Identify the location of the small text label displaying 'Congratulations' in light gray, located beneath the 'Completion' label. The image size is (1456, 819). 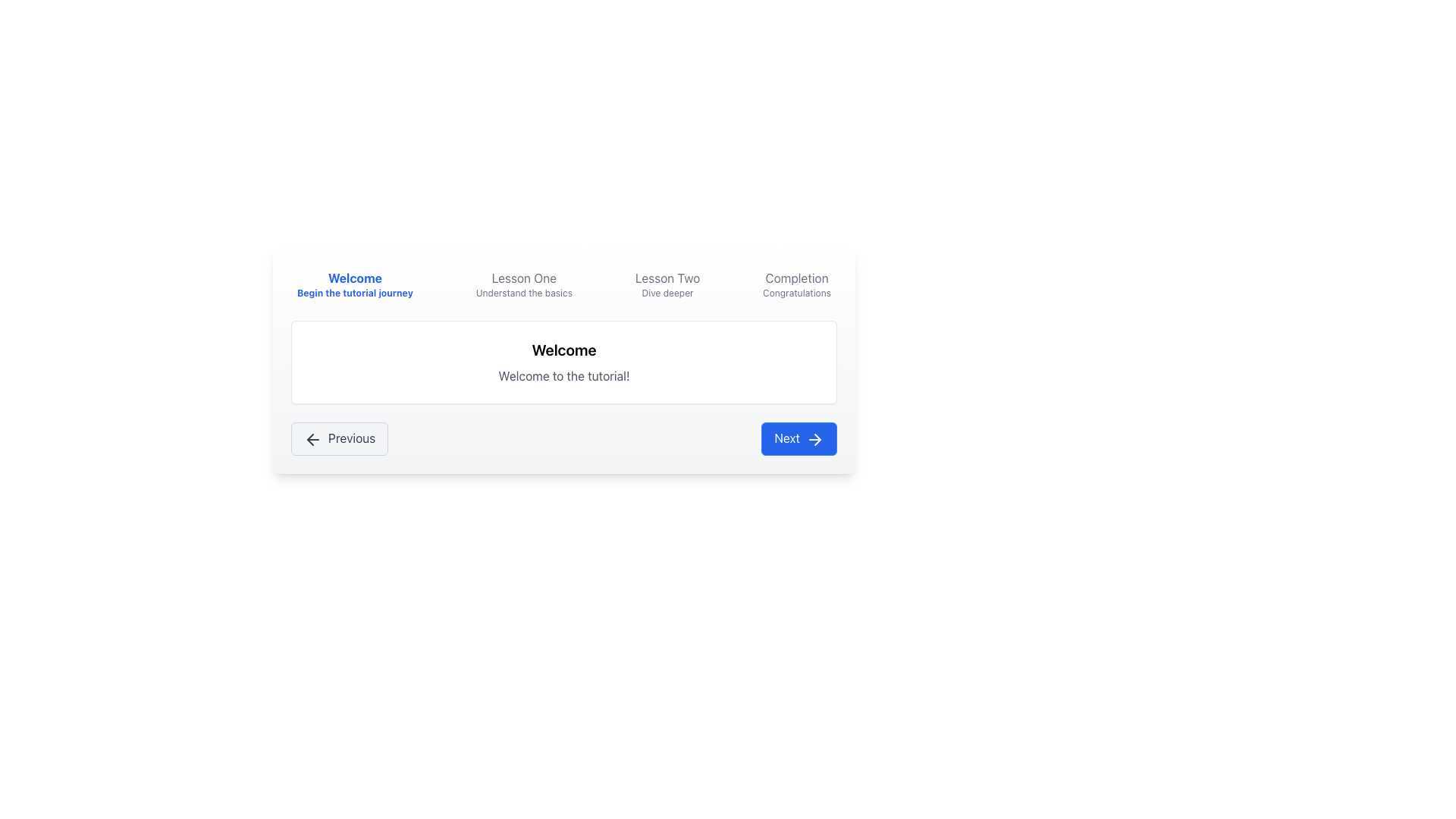
(796, 293).